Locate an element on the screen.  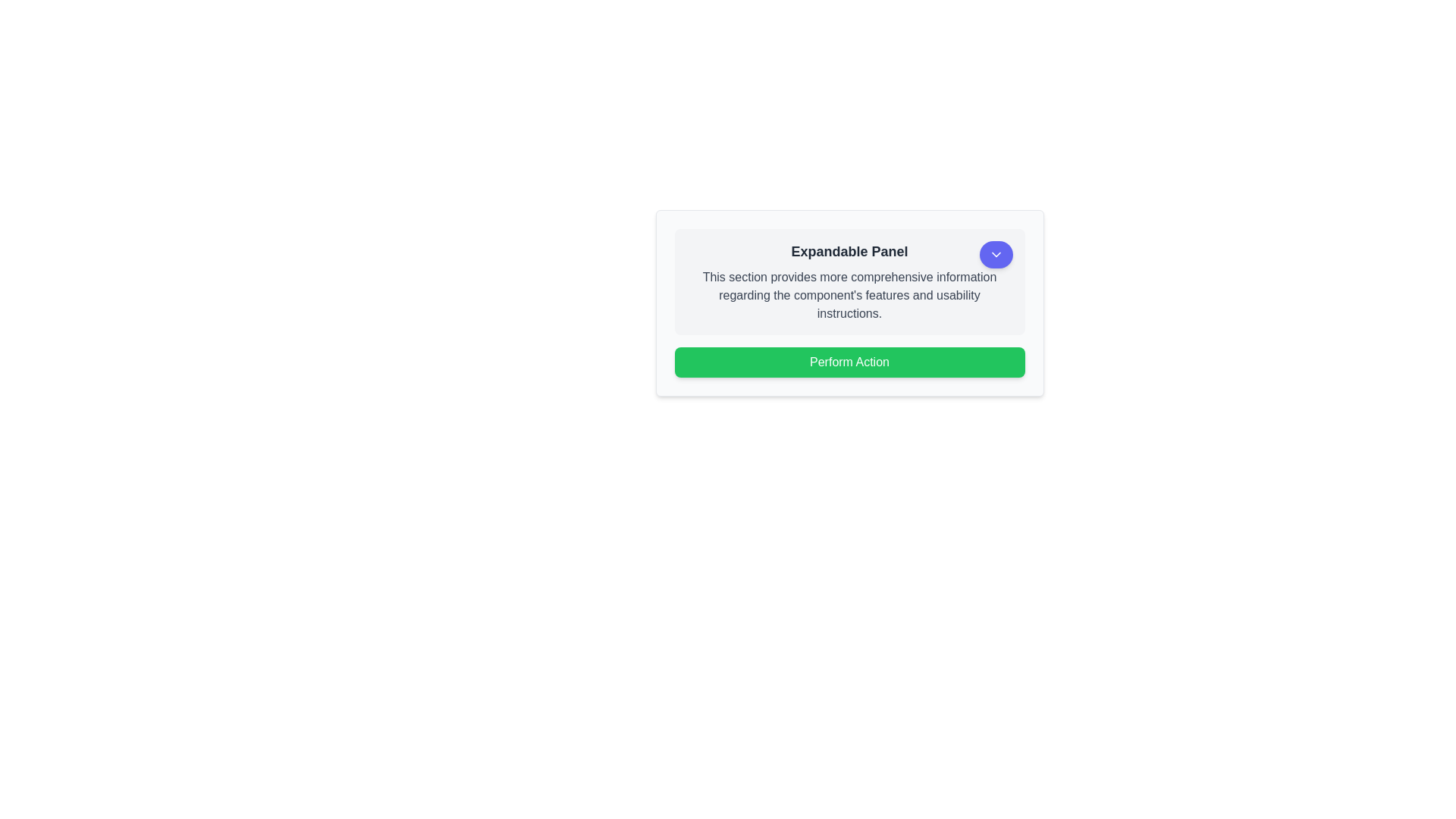
informational text block located inside the panel below the title 'Expandable Panel', which has a light gray background and rounded edges is located at coordinates (849, 295).